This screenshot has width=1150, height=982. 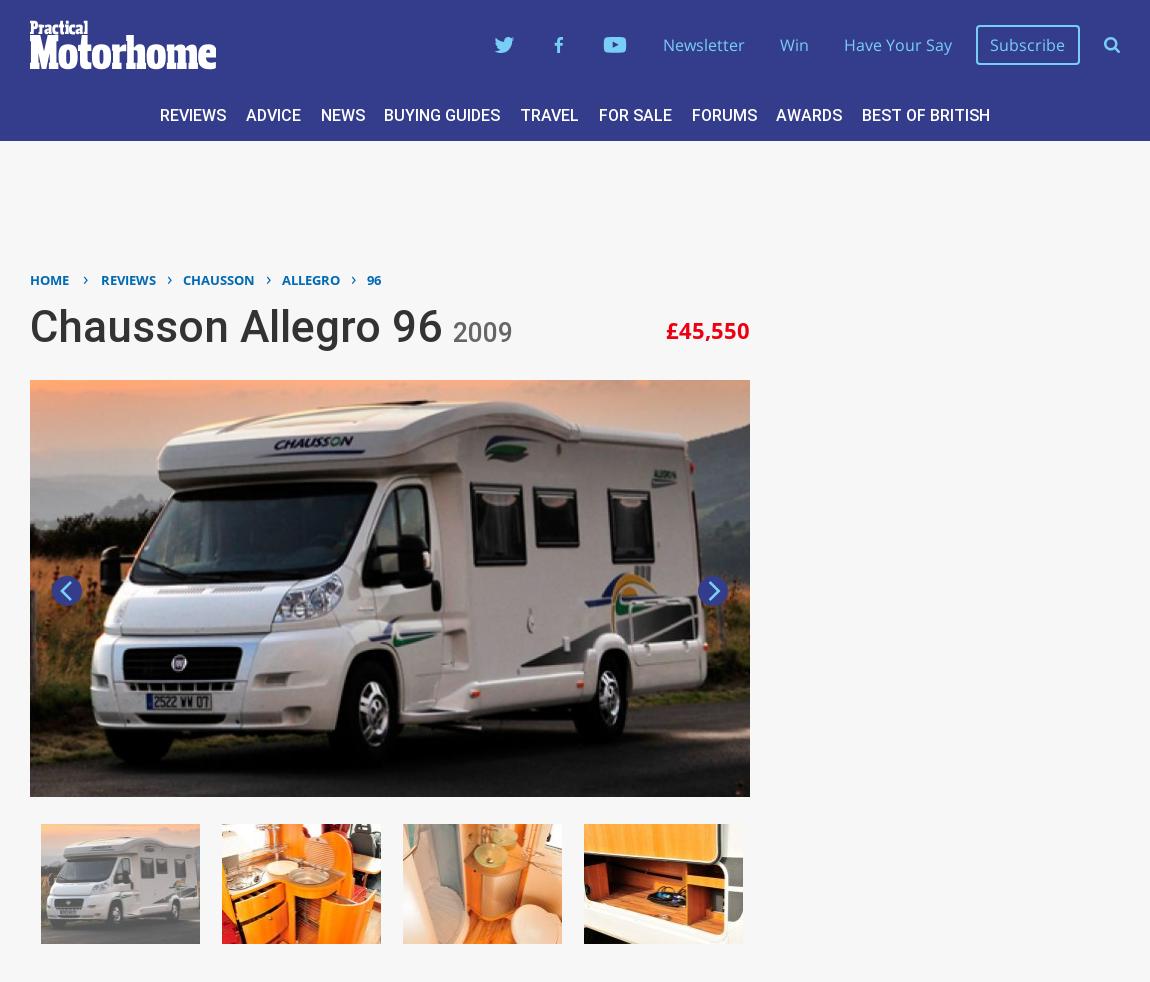 What do you see at coordinates (47, 278) in the screenshot?
I see `'Home'` at bounding box center [47, 278].